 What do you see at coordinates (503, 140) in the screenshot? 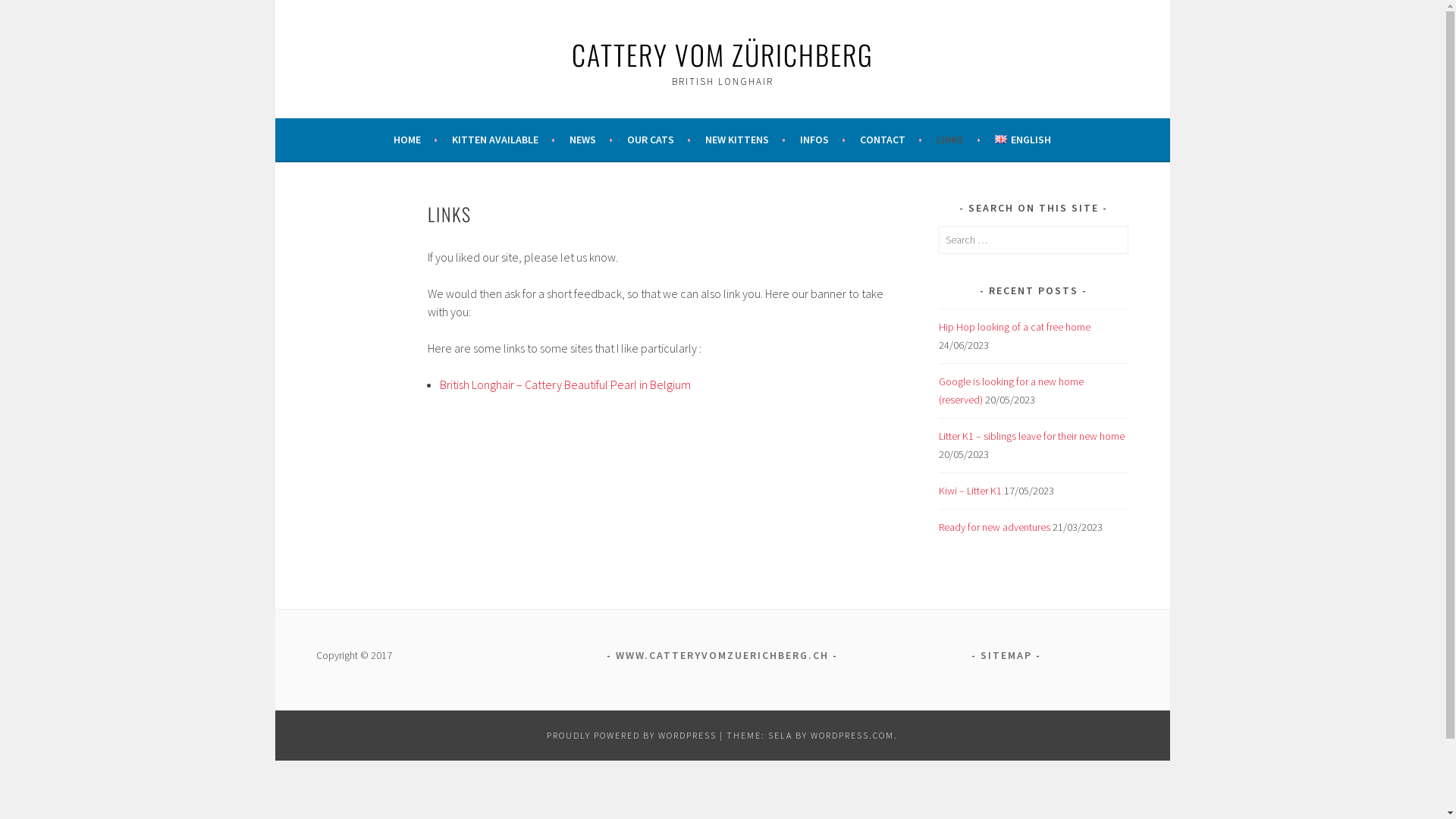
I see `'KITTEN AVAILABLE'` at bounding box center [503, 140].